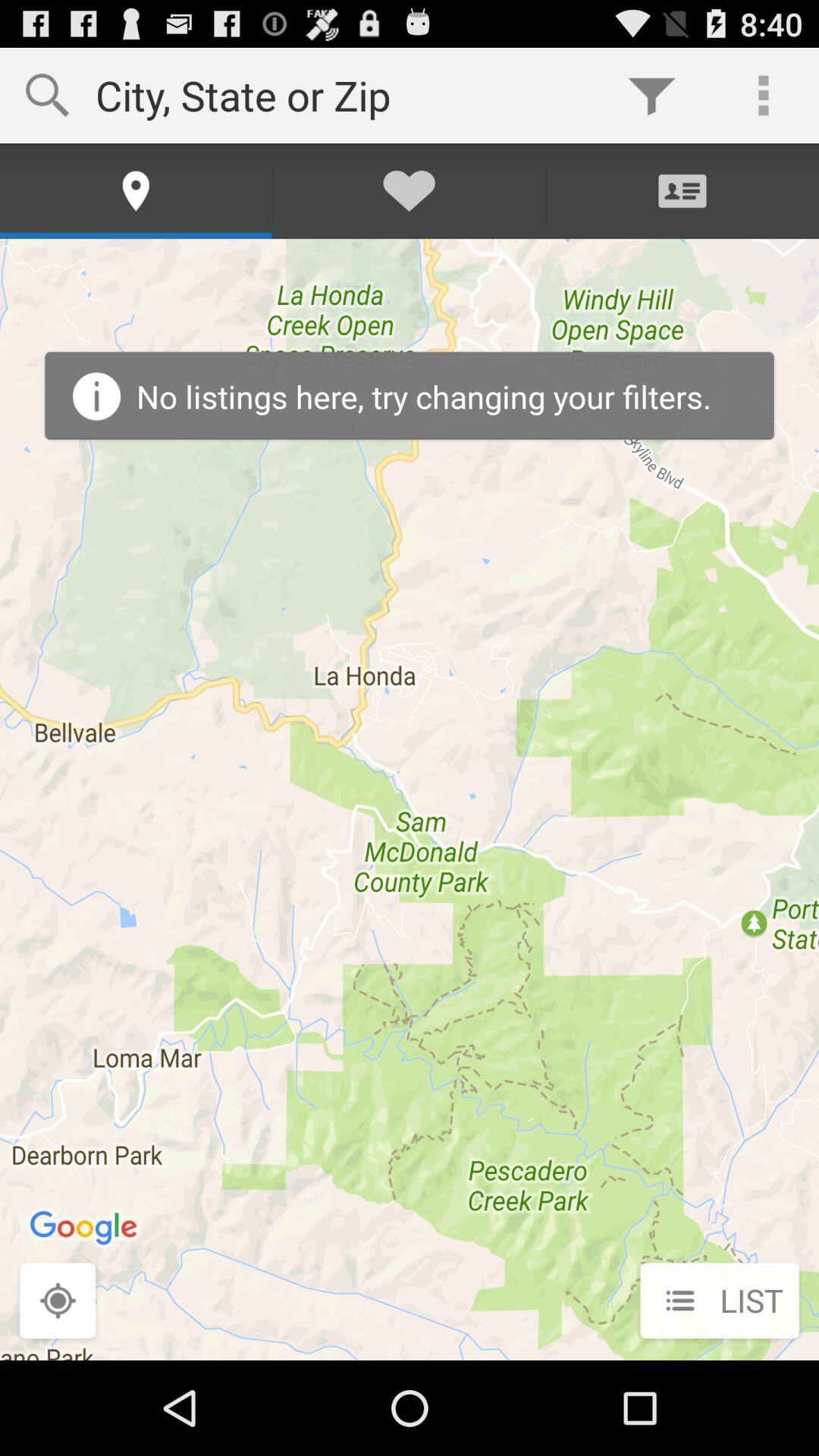  What do you see at coordinates (719, 1301) in the screenshot?
I see `app below no listings here app` at bounding box center [719, 1301].